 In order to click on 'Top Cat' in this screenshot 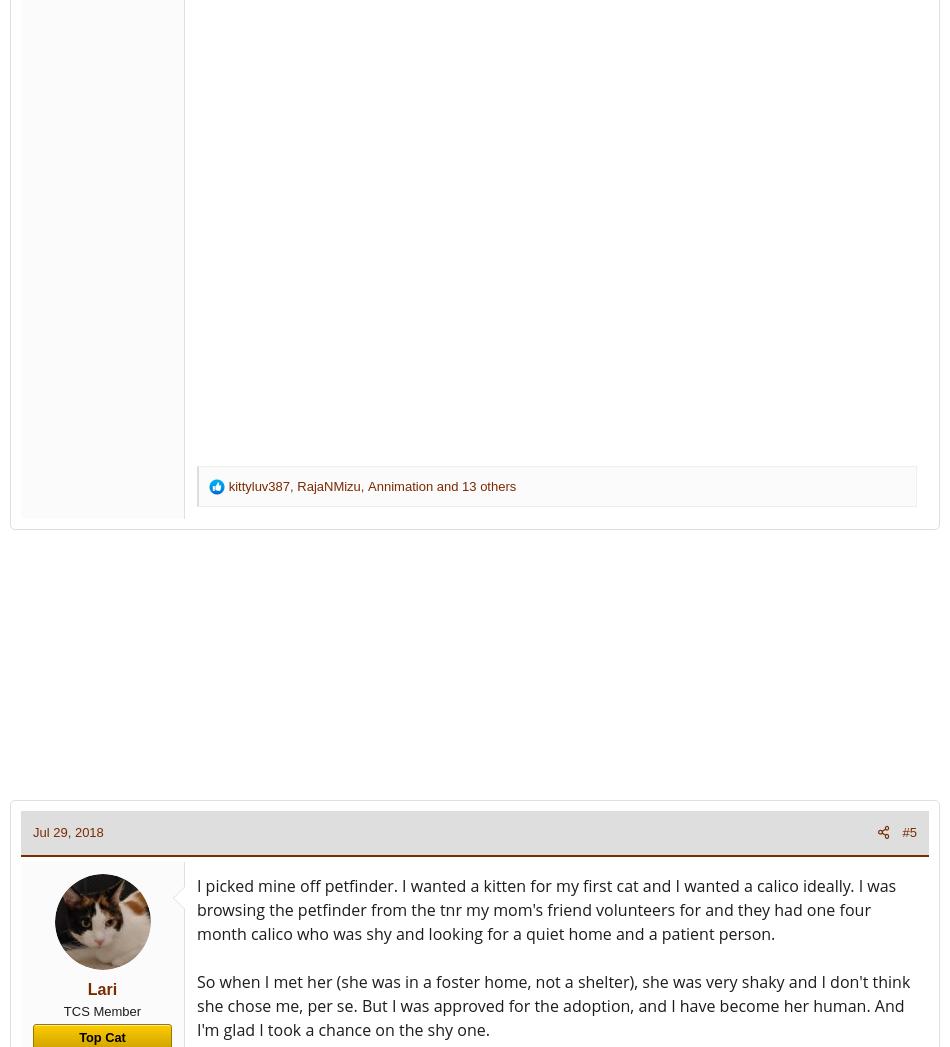, I will do `click(102, 1037)`.